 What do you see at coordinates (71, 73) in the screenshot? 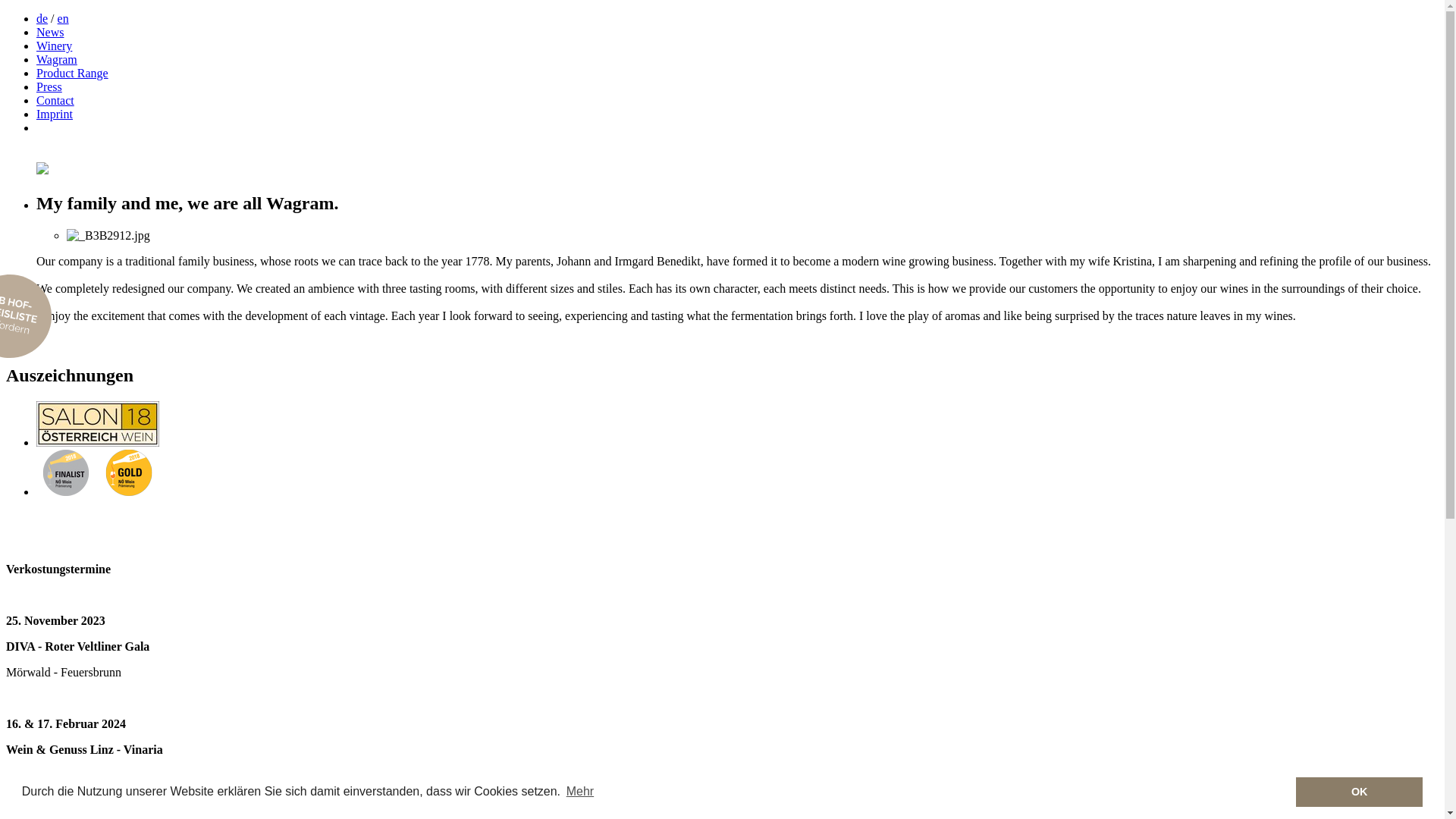
I see `'Product Range'` at bounding box center [71, 73].